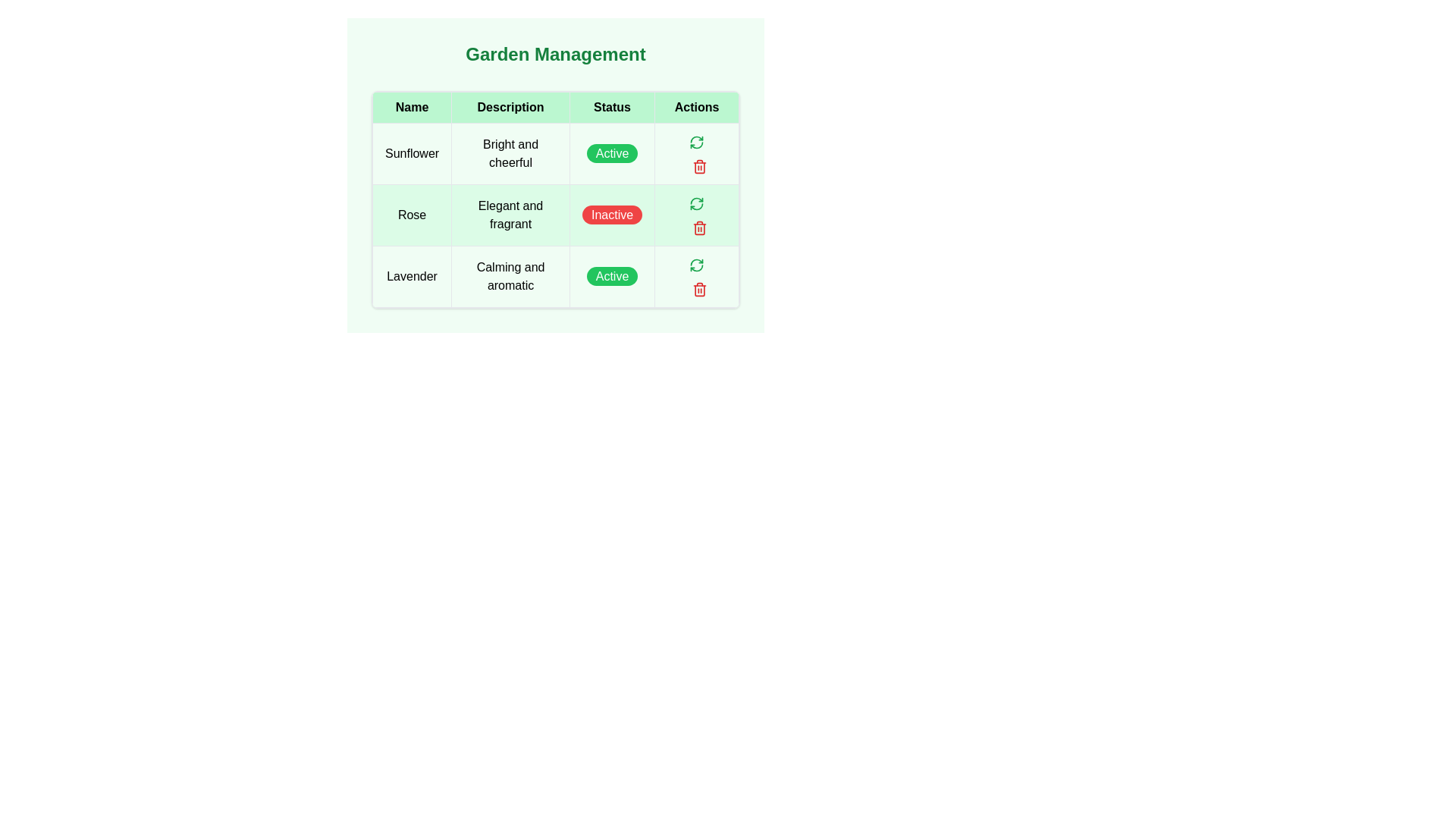 This screenshot has width=1456, height=819. I want to click on the delete icon resembling a red trash can located in the 'Actions' column of the second row next to 'Inactive' for the entry 'Rose', so click(699, 227).